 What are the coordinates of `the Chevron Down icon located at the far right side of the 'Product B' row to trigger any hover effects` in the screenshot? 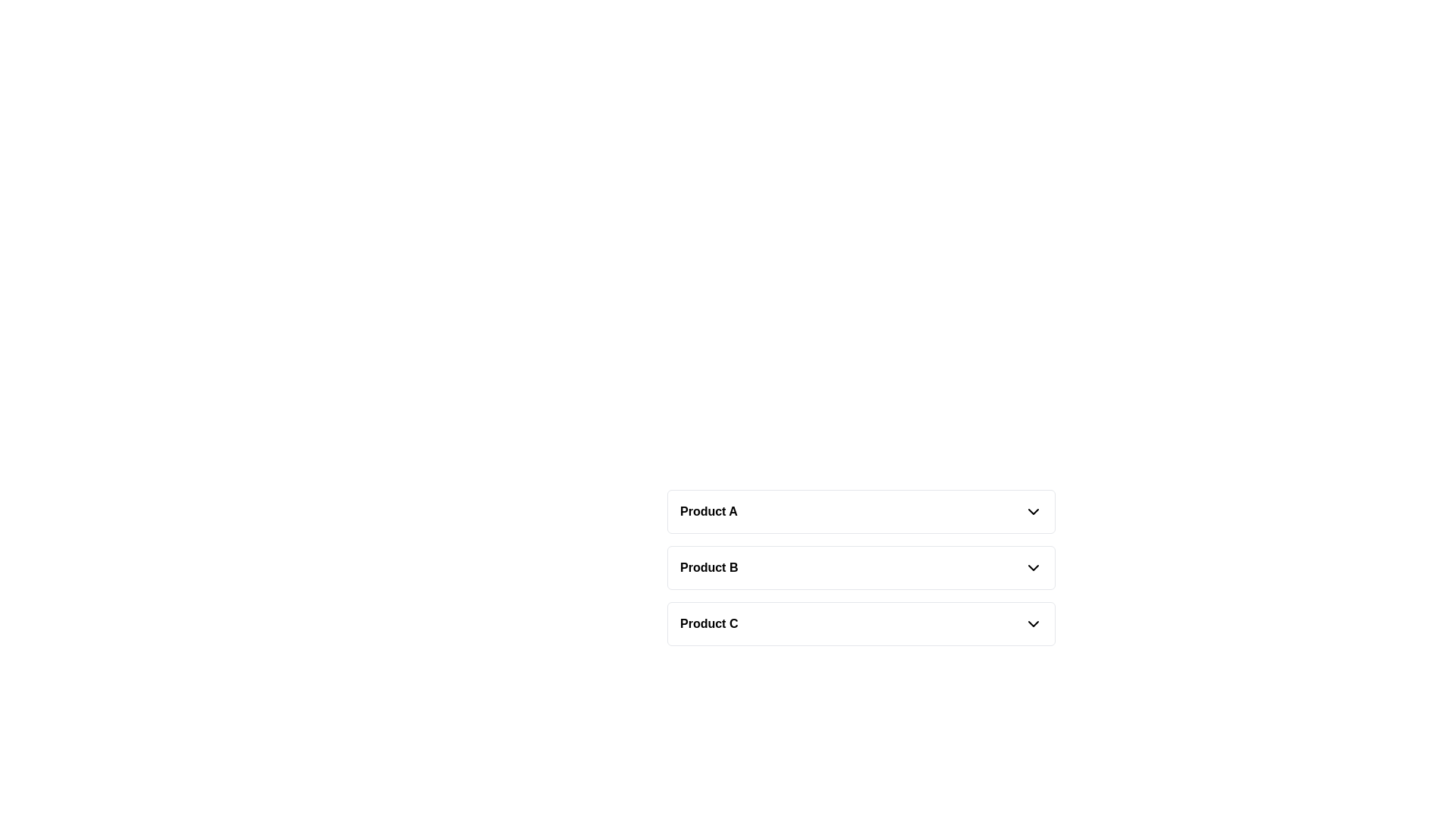 It's located at (1033, 567).